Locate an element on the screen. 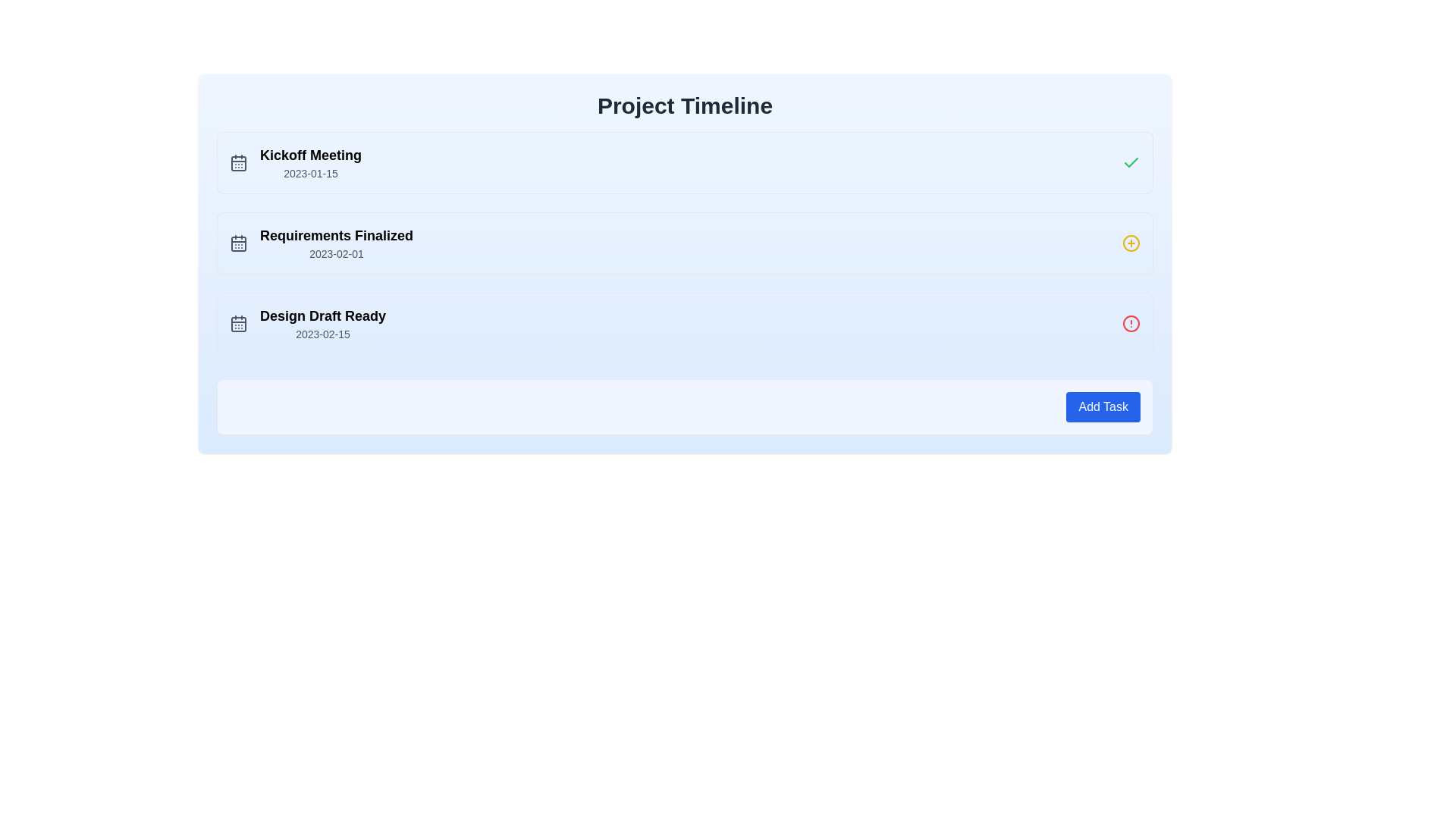 The height and width of the screenshot is (819, 1456). the 'Requirements Finalized' text display element, which is the second item in a vertical list of timeline events, if it is enabled is located at coordinates (336, 236).